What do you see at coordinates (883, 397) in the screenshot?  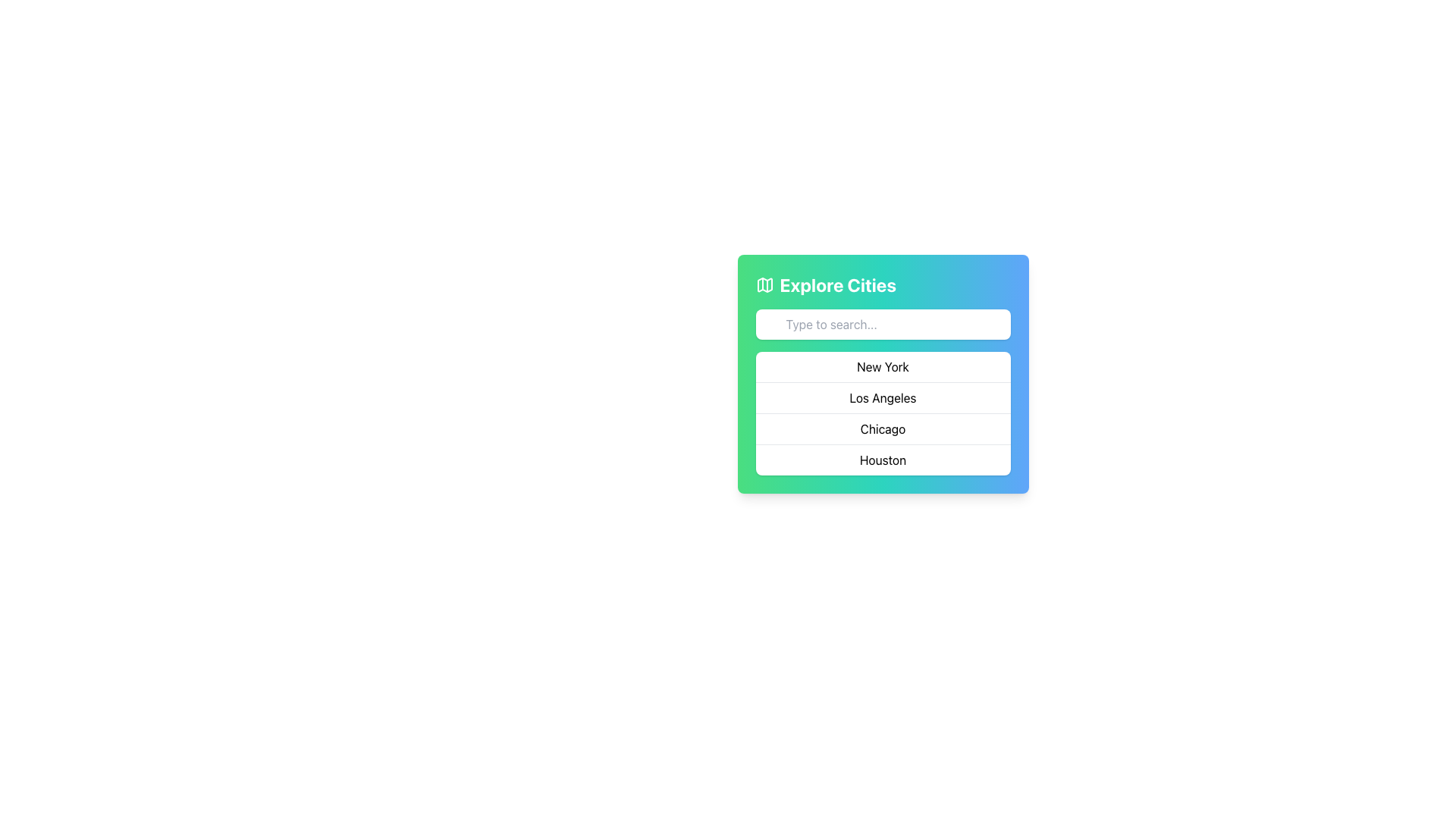 I see `the label representing 'Los Angeles', the second option in the list of cities in the city exploration interface` at bounding box center [883, 397].